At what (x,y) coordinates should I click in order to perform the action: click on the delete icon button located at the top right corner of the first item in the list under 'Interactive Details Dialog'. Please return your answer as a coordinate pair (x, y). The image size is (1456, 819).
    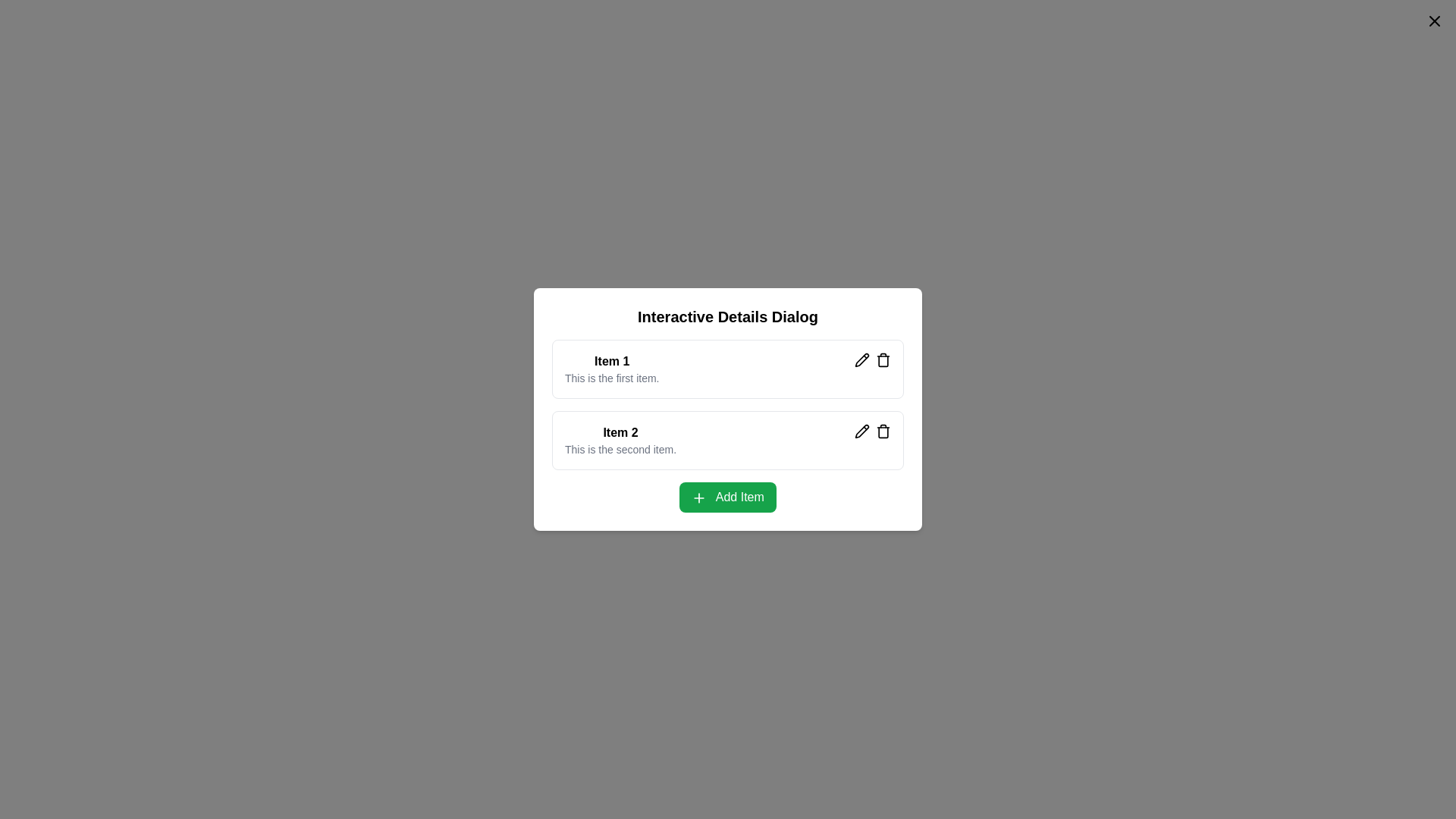
    Looking at the image, I should click on (883, 359).